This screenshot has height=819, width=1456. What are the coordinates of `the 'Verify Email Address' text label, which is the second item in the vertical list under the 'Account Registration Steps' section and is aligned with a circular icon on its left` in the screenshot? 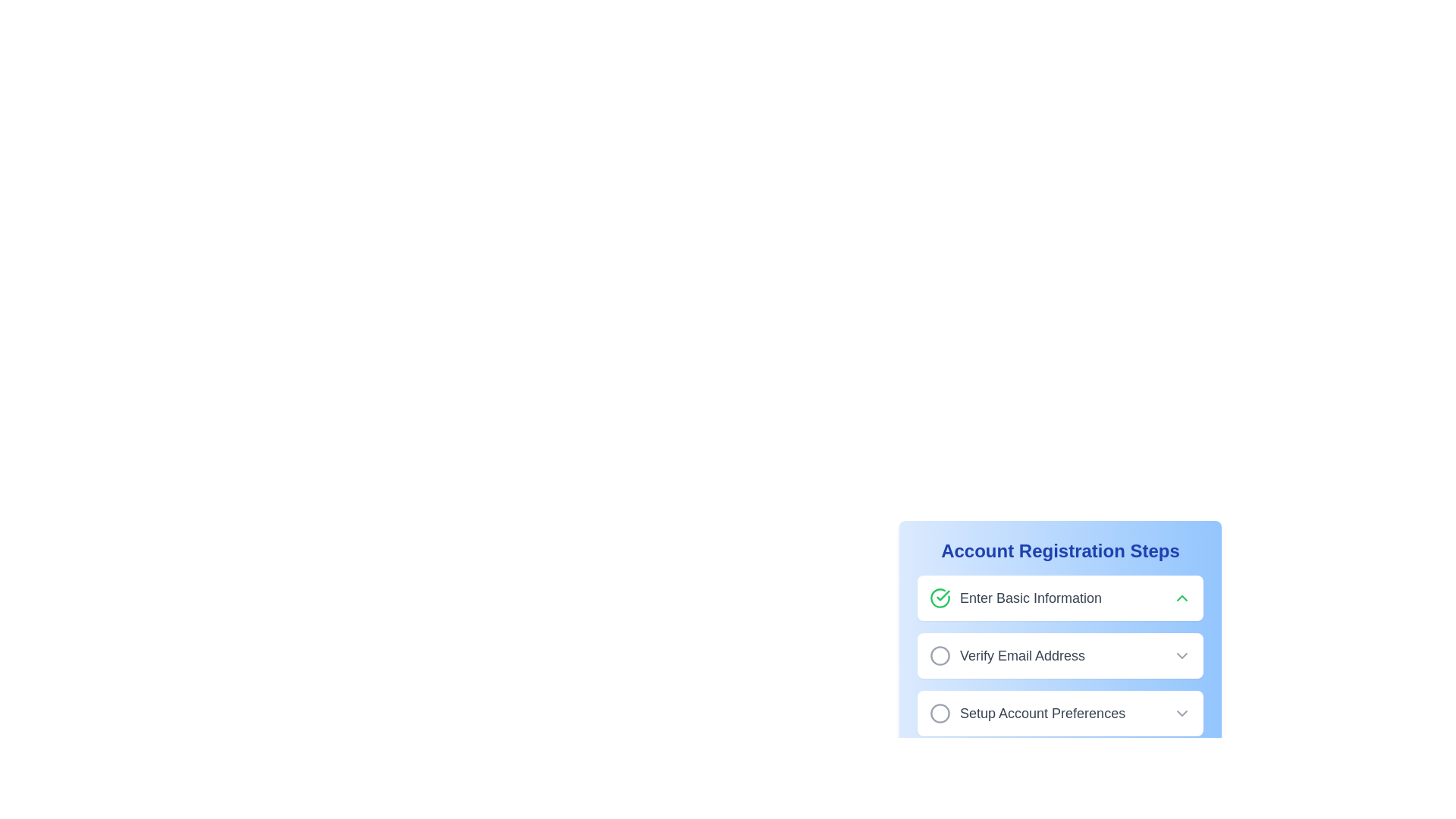 It's located at (1022, 654).